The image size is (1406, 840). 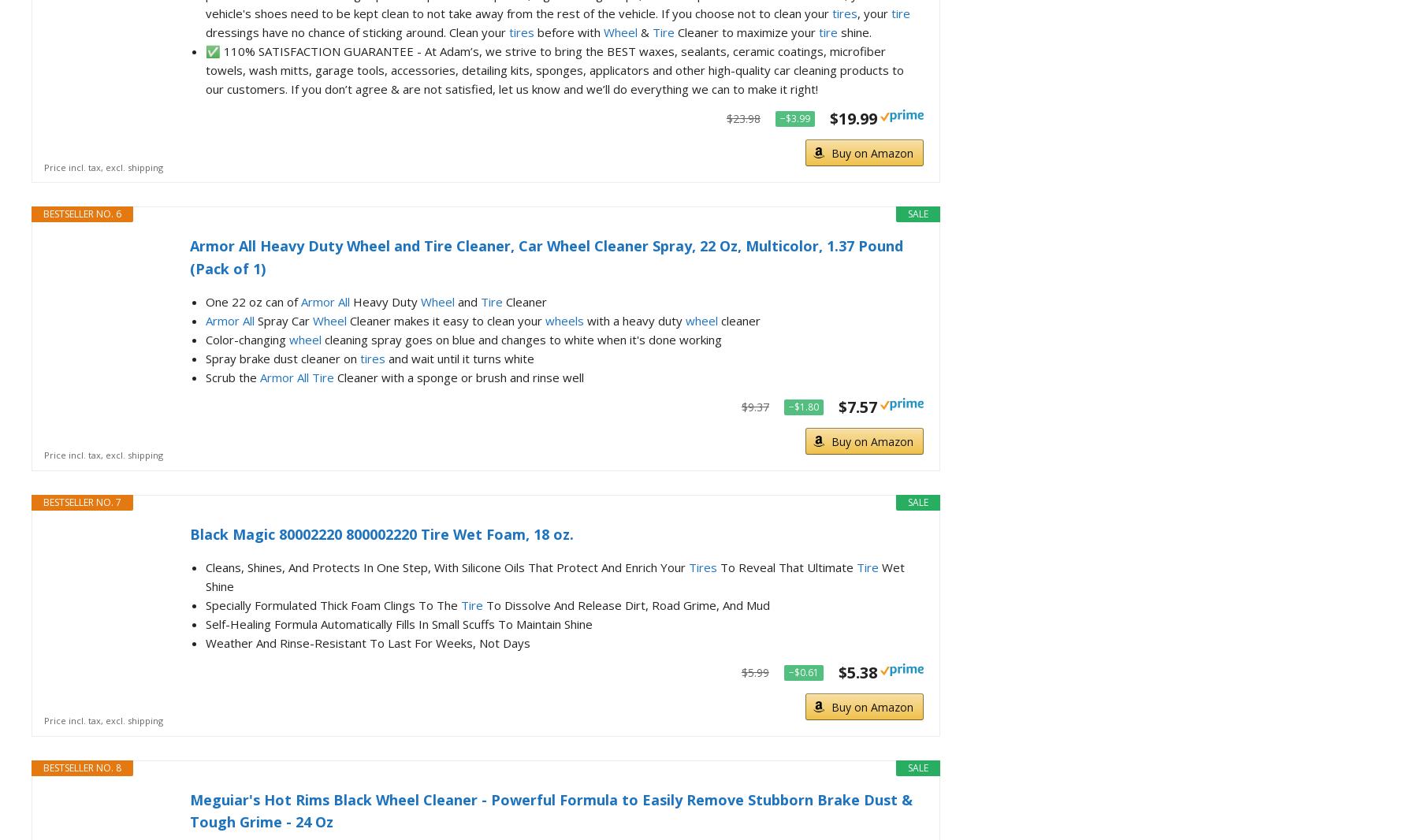 What do you see at coordinates (564, 320) in the screenshot?
I see `'wheels'` at bounding box center [564, 320].